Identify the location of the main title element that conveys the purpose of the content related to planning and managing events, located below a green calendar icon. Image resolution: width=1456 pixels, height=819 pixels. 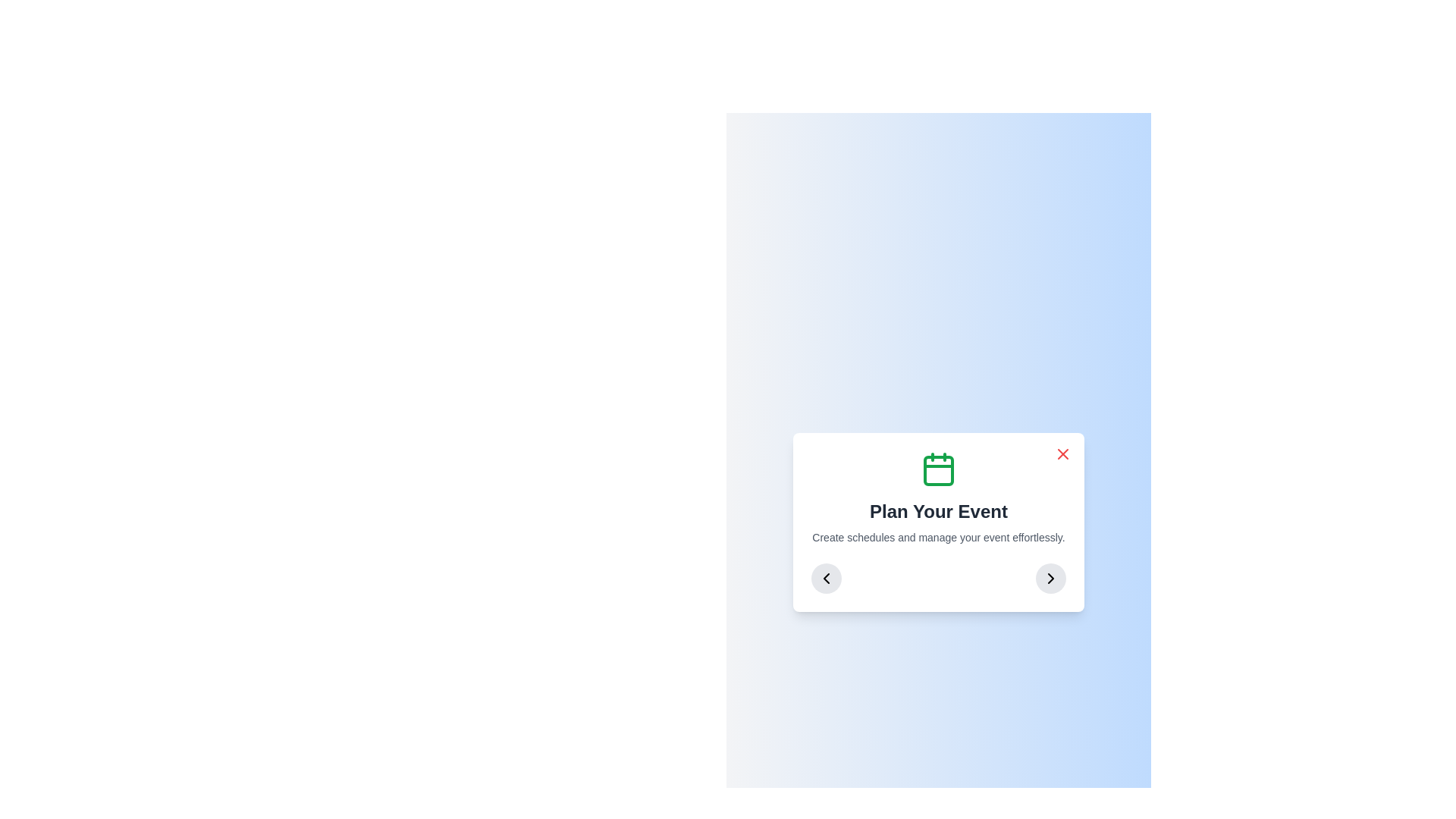
(938, 512).